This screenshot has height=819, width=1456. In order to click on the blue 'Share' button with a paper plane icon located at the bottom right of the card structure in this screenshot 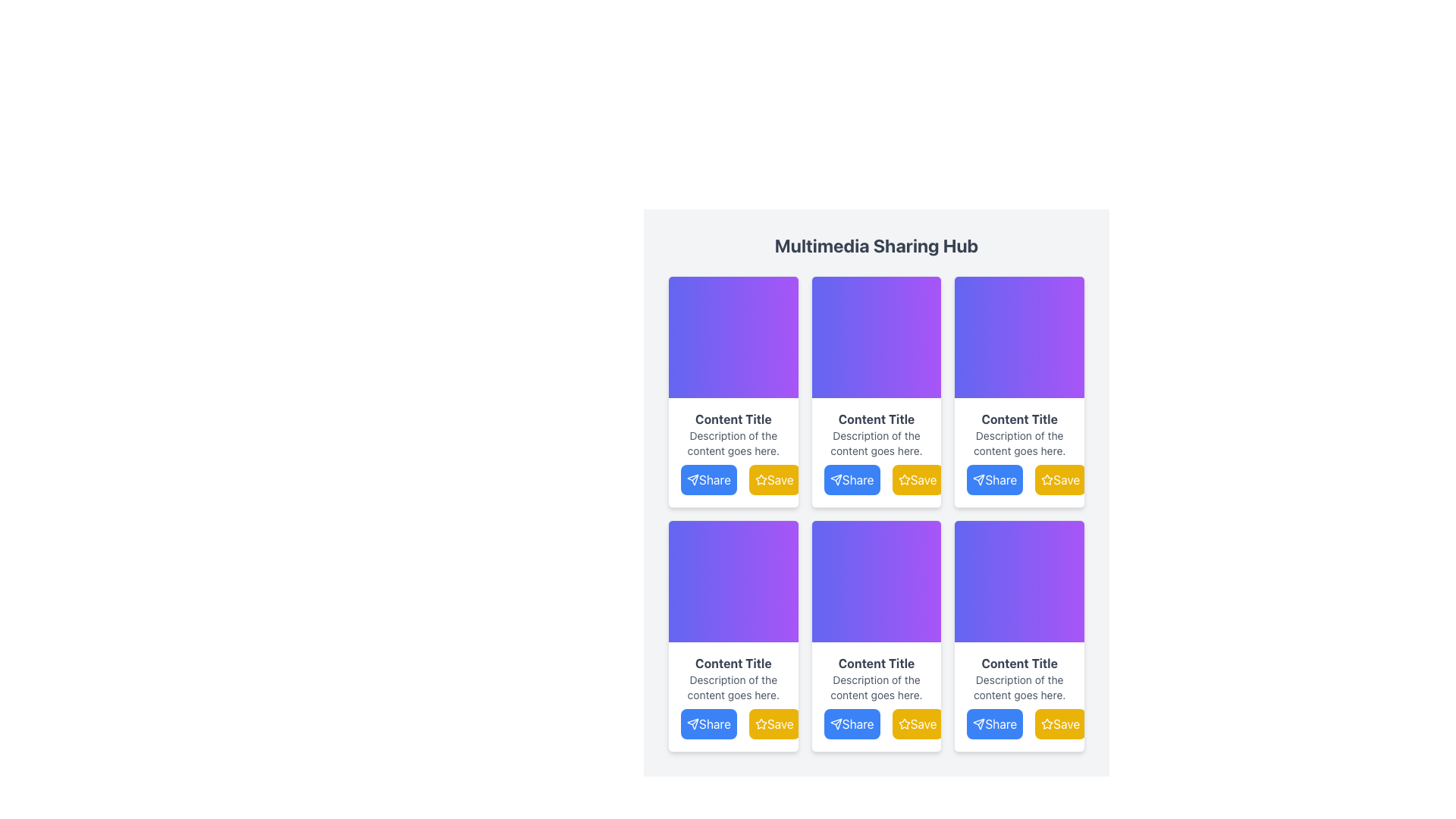, I will do `click(1019, 723)`.